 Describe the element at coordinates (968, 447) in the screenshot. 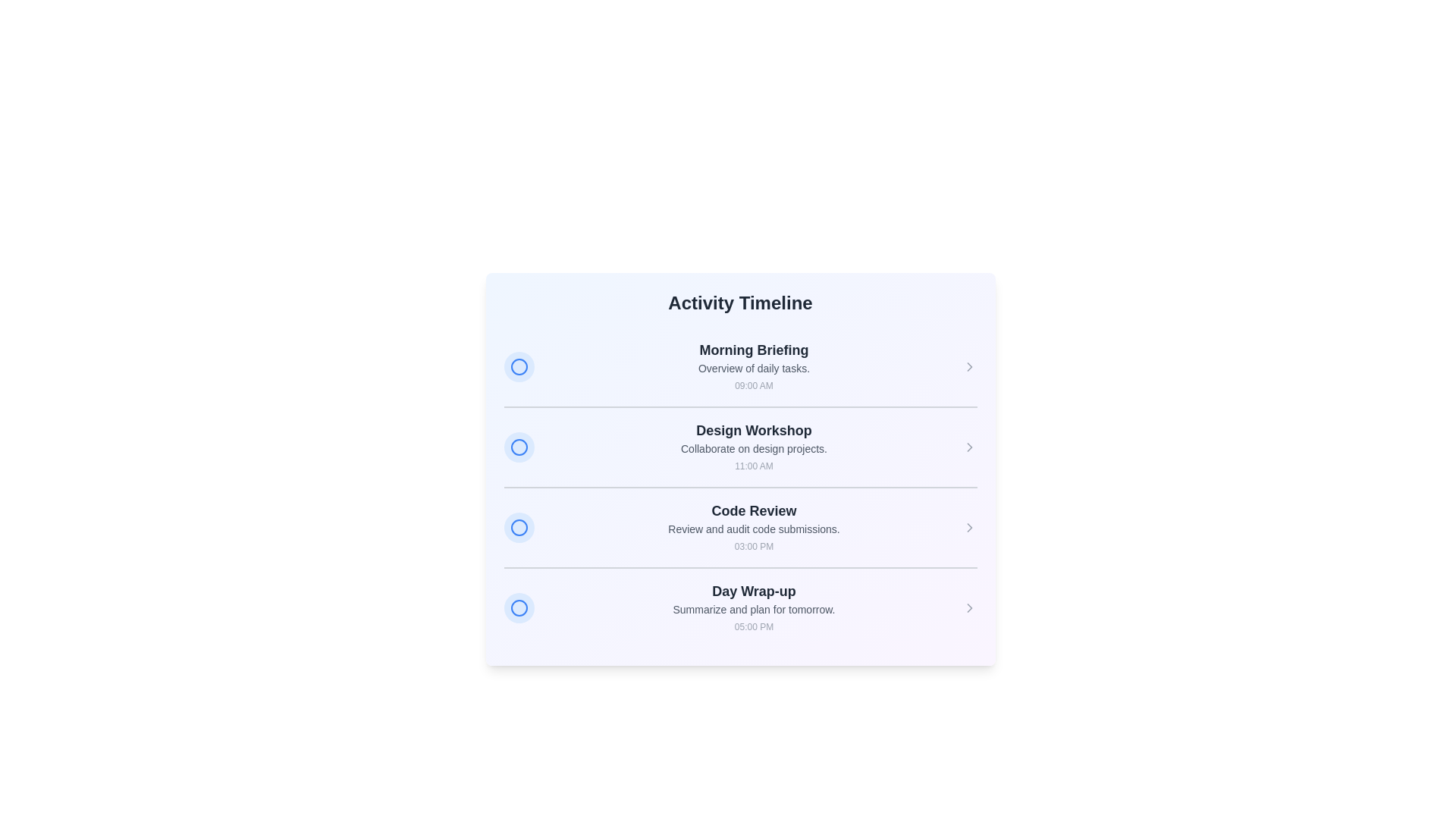

I see `the right-pointing chevron arrow icon, which is styled with a gray color and located to the far right of the 'Design Workshop' section in the Activity Timeline` at that location.